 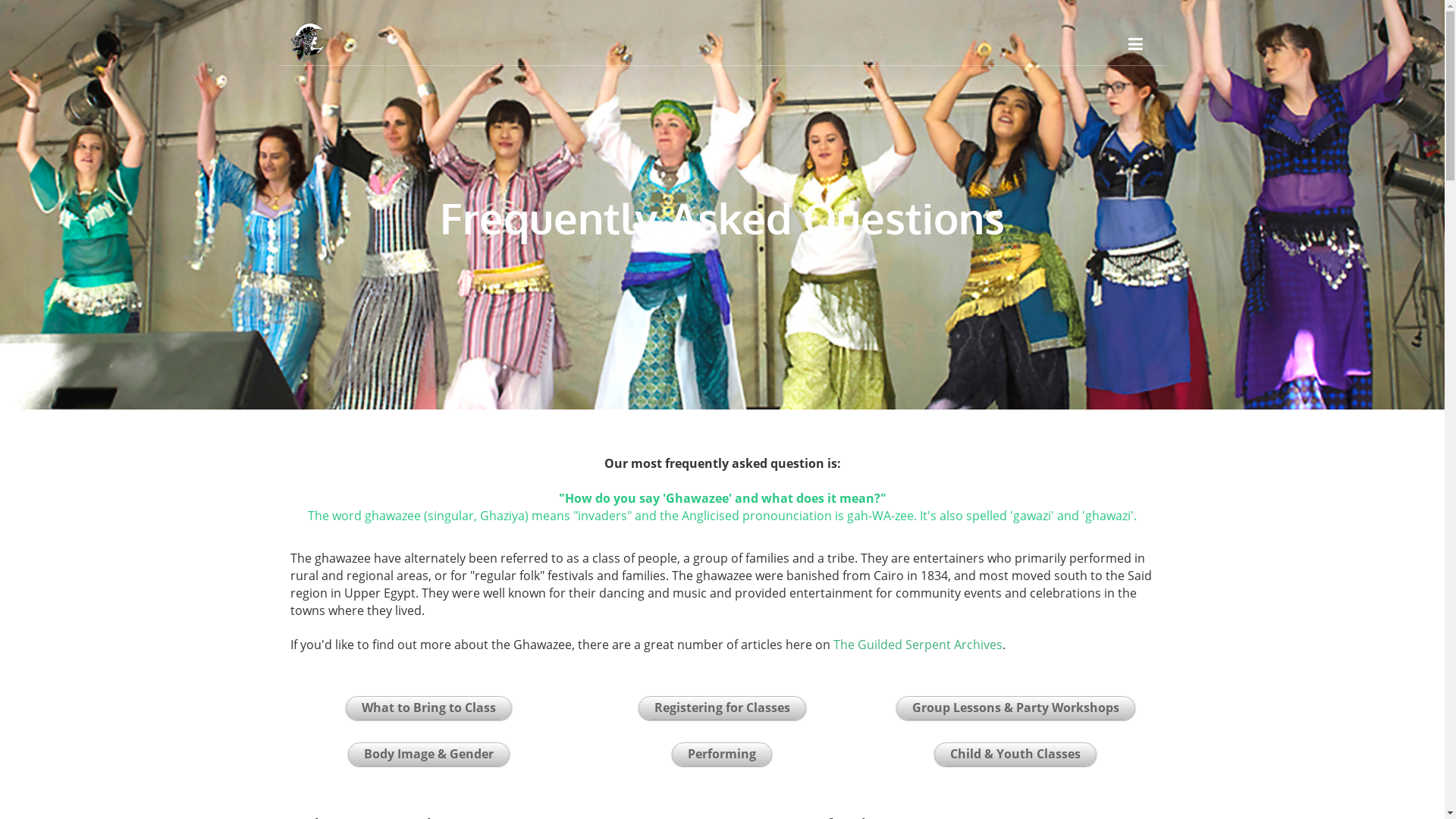 What do you see at coordinates (428, 708) in the screenshot?
I see `'What to Bring to Class'` at bounding box center [428, 708].